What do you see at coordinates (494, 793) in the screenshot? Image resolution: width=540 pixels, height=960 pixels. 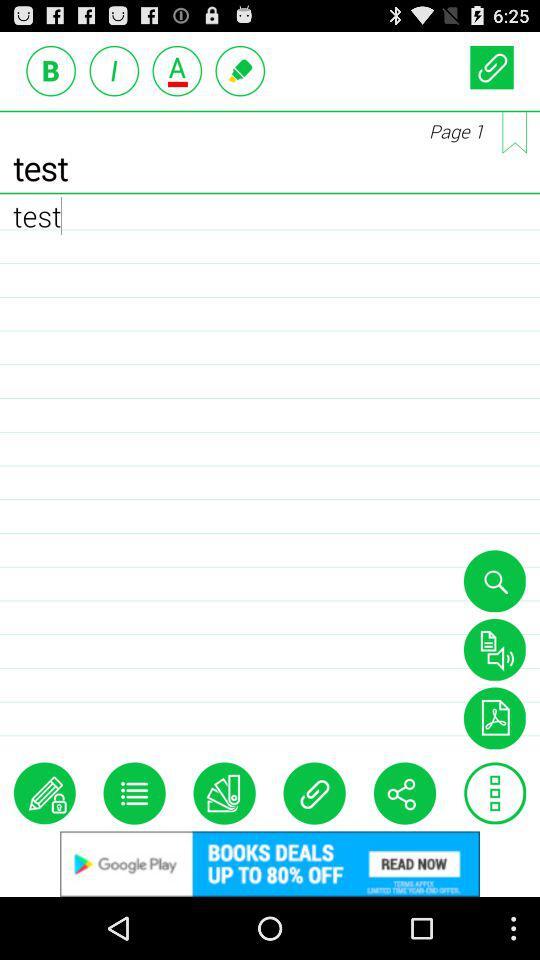 I see `icon` at bounding box center [494, 793].